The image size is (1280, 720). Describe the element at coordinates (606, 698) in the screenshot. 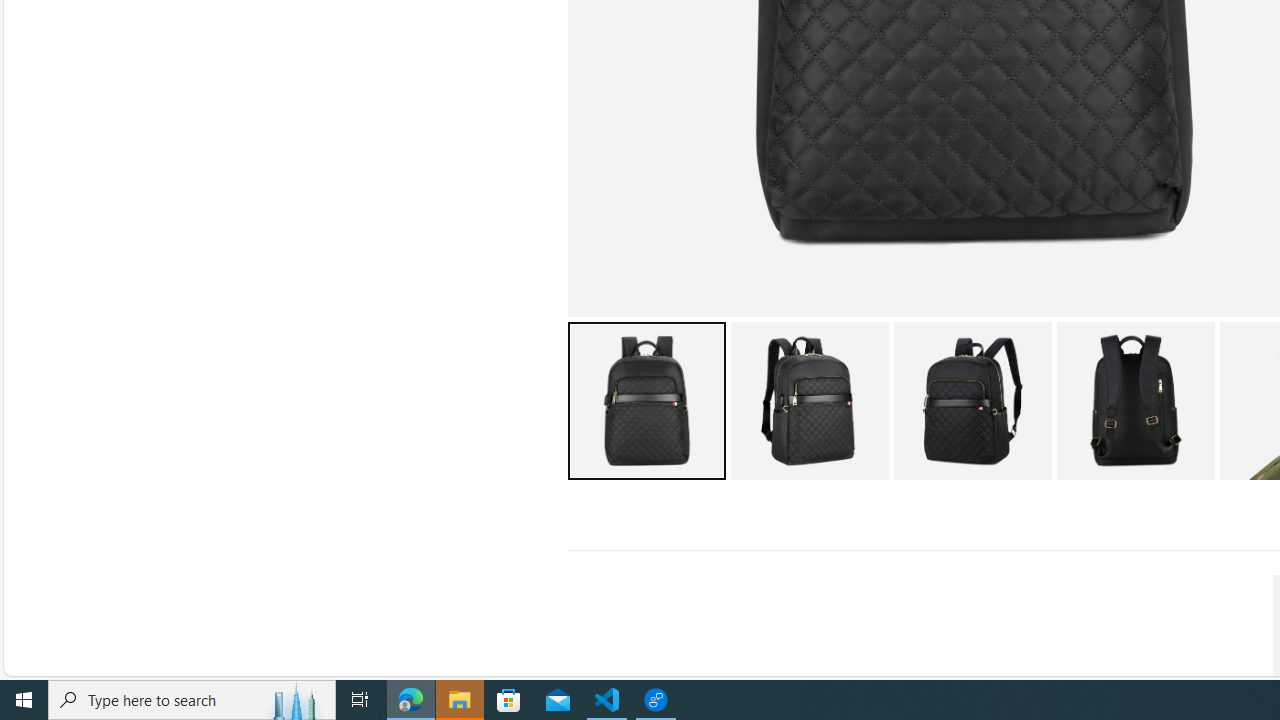

I see `'Visual Studio Code - 1 running window'` at that location.